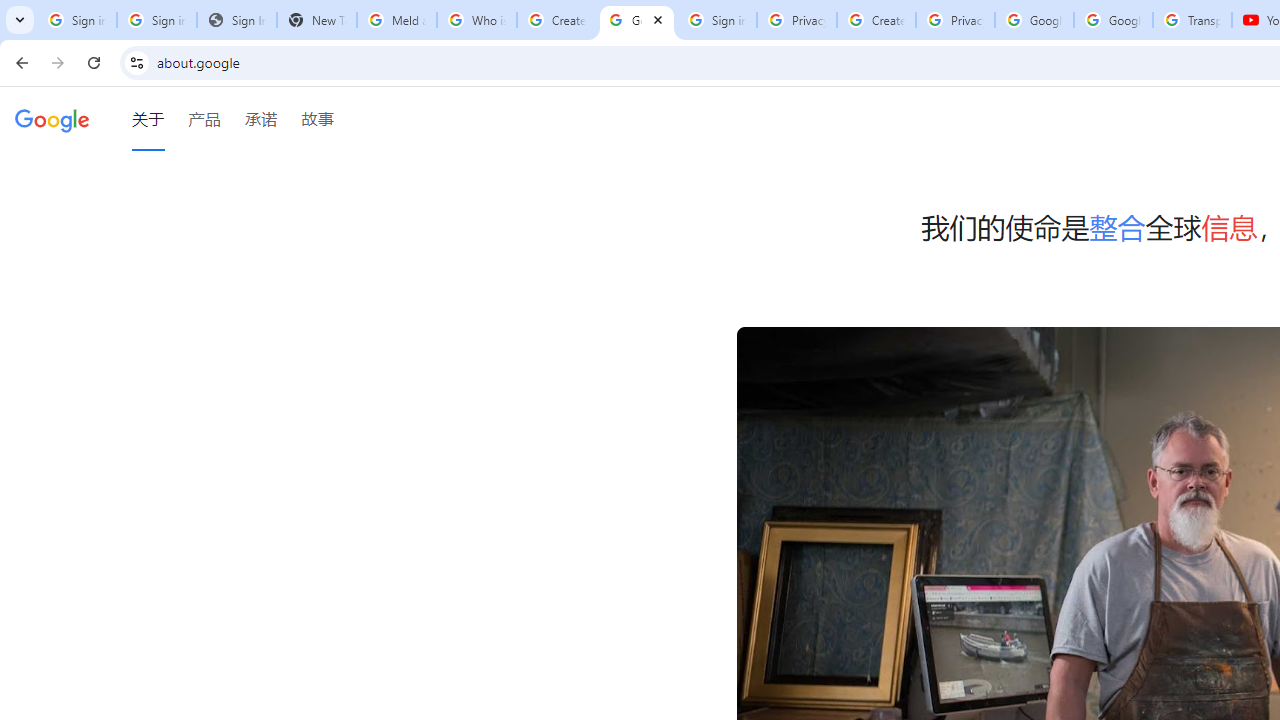 The height and width of the screenshot is (720, 1280). I want to click on 'Google Account', so click(1112, 20).